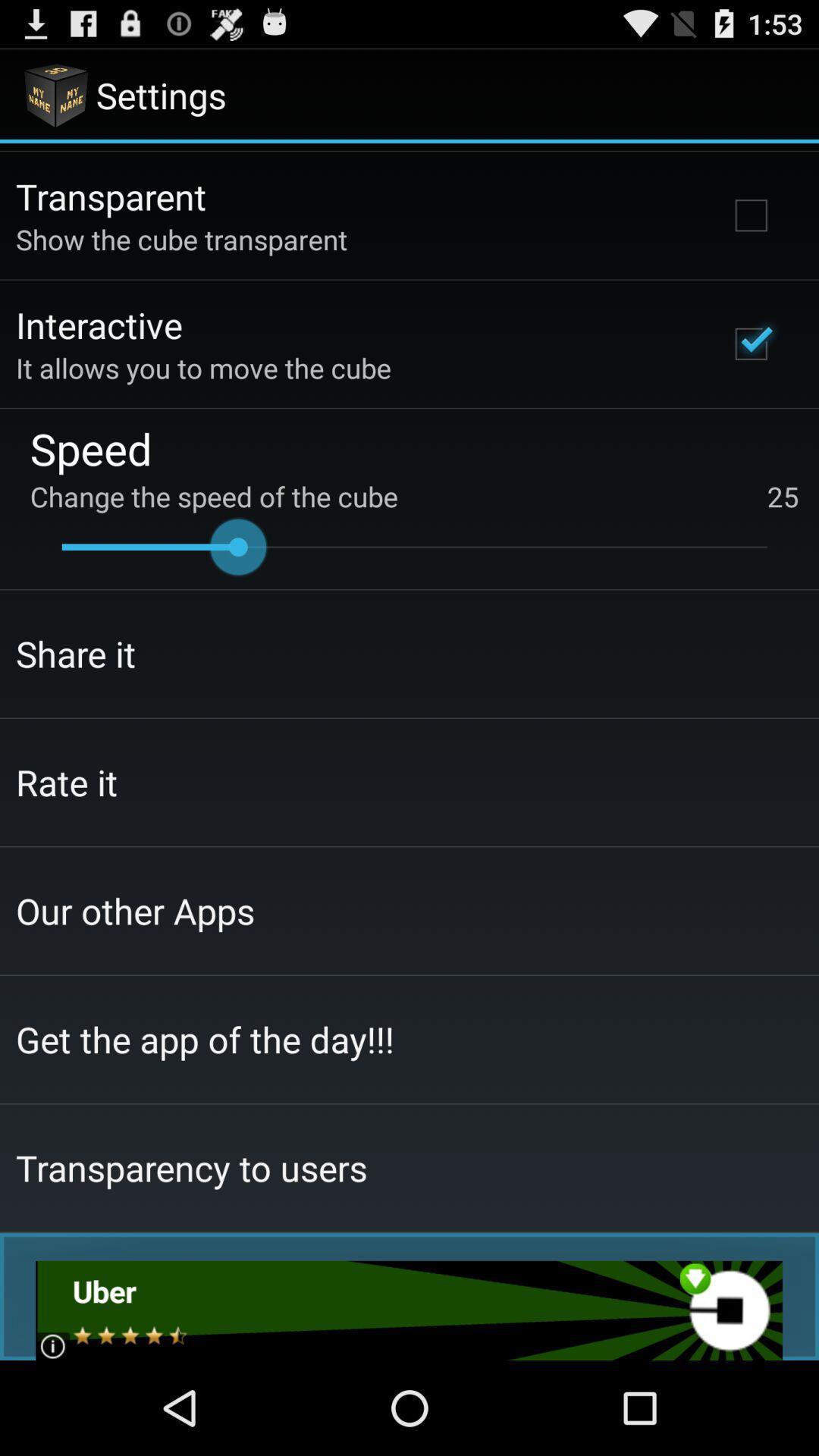 The height and width of the screenshot is (1456, 819). What do you see at coordinates (414, 496) in the screenshot?
I see `change the speed item` at bounding box center [414, 496].